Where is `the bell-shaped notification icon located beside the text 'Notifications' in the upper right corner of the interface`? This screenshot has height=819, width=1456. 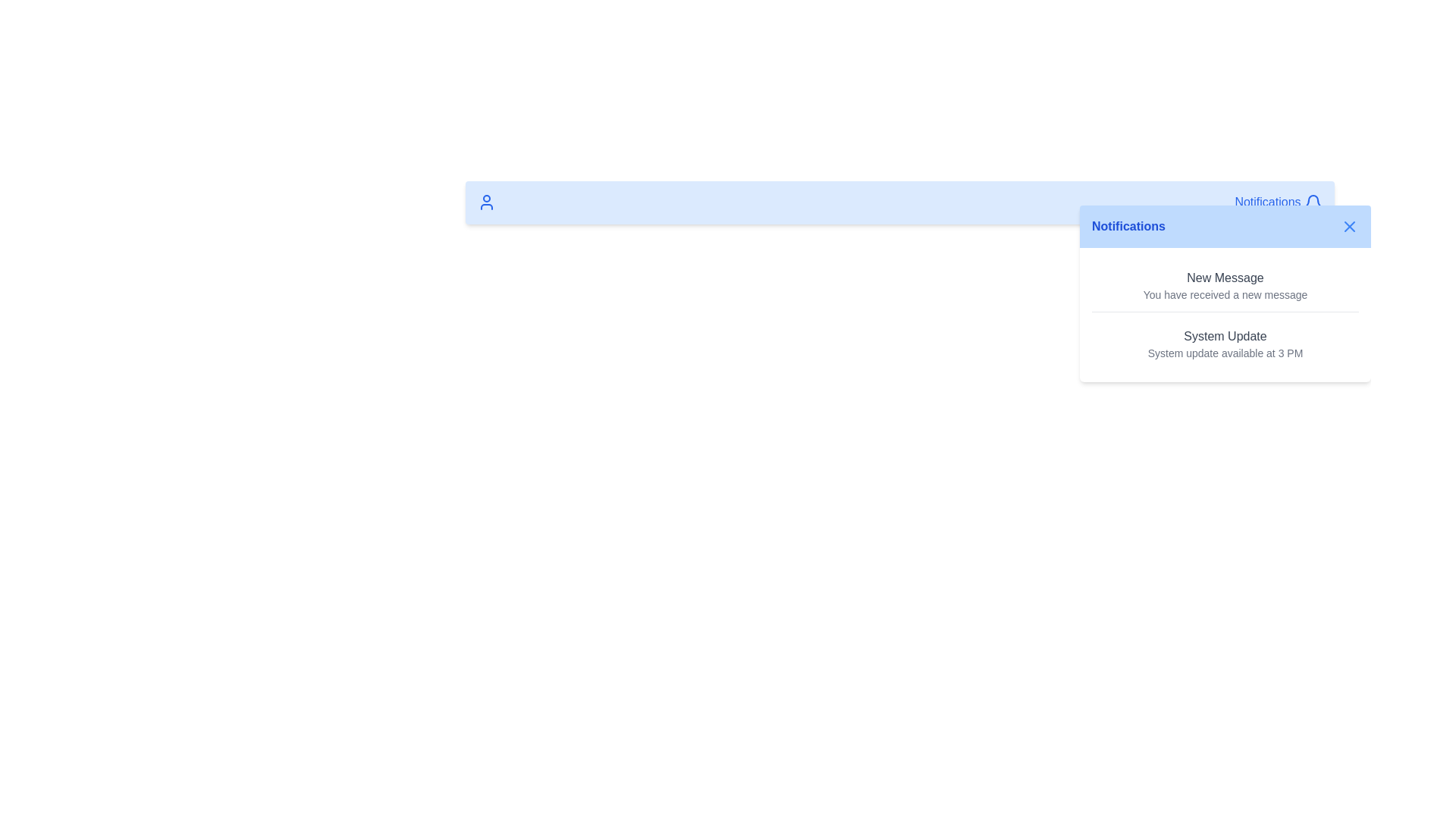
the bell-shaped notification icon located beside the text 'Notifications' in the upper right corner of the interface is located at coordinates (1313, 201).